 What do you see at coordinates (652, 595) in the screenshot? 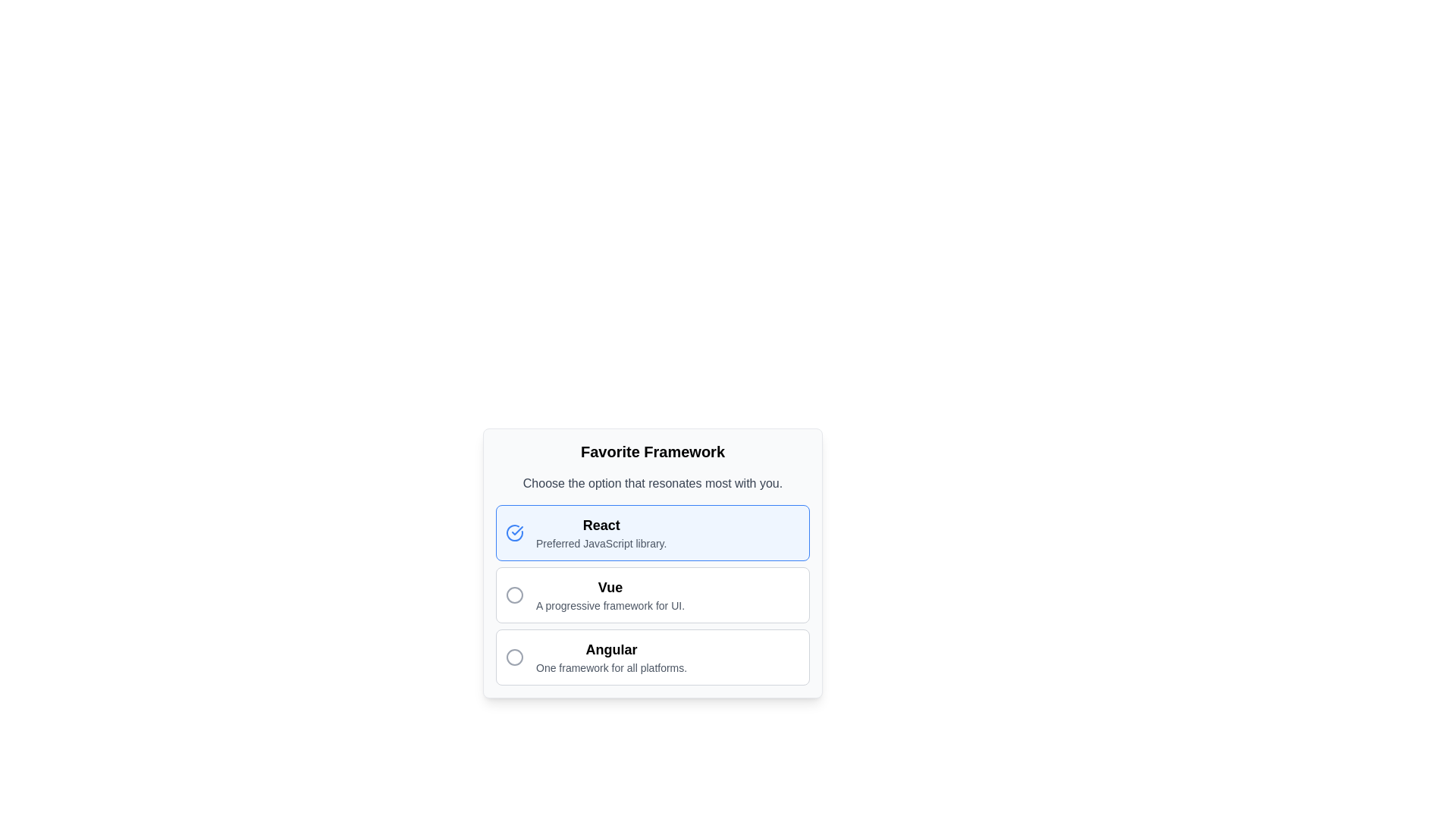
I see `the unselected radio button option labeled 'Vue'` at bounding box center [652, 595].